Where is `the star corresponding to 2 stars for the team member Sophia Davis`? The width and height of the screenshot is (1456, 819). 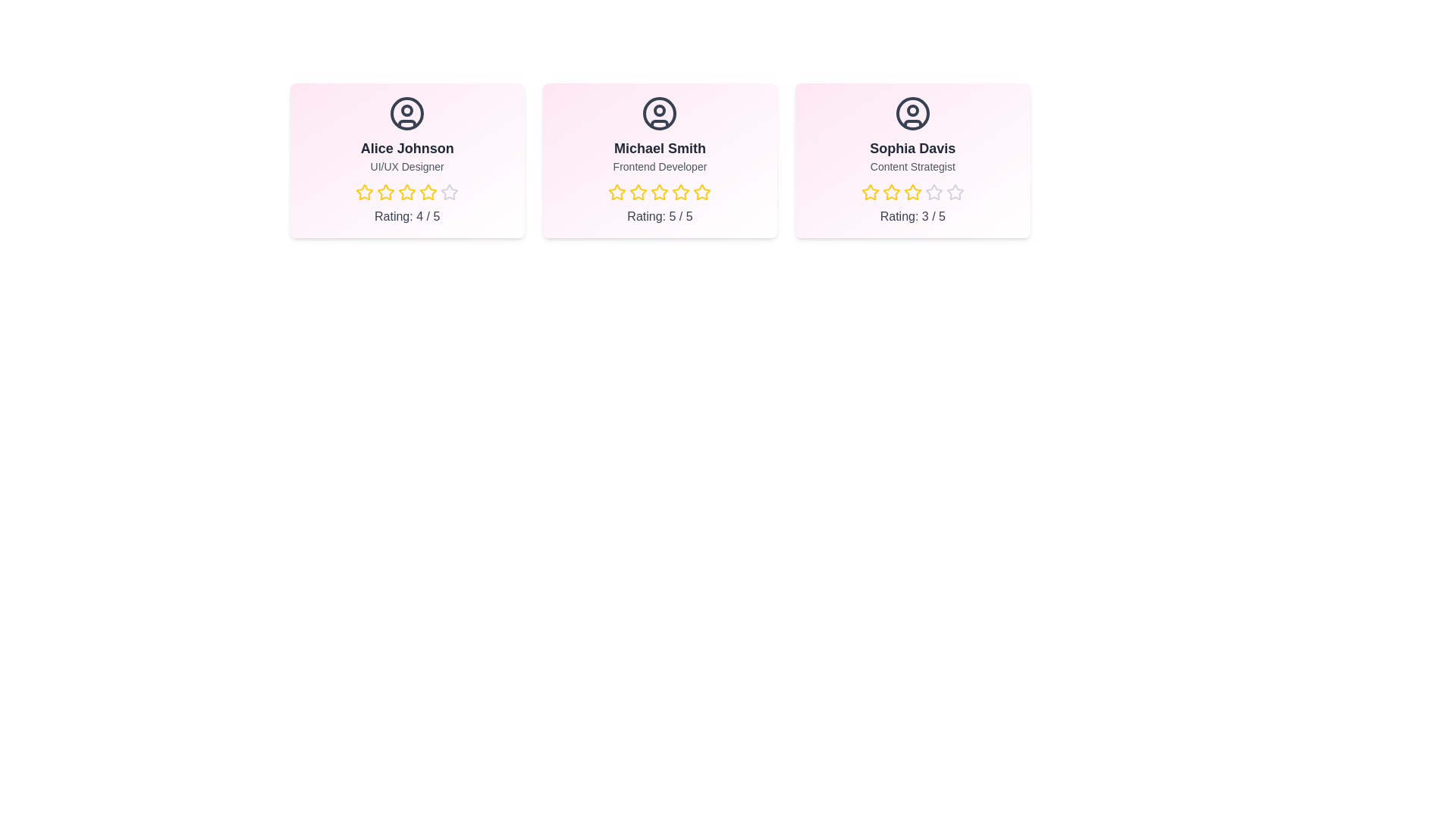 the star corresponding to 2 stars for the team member Sophia Davis is located at coordinates (891, 192).